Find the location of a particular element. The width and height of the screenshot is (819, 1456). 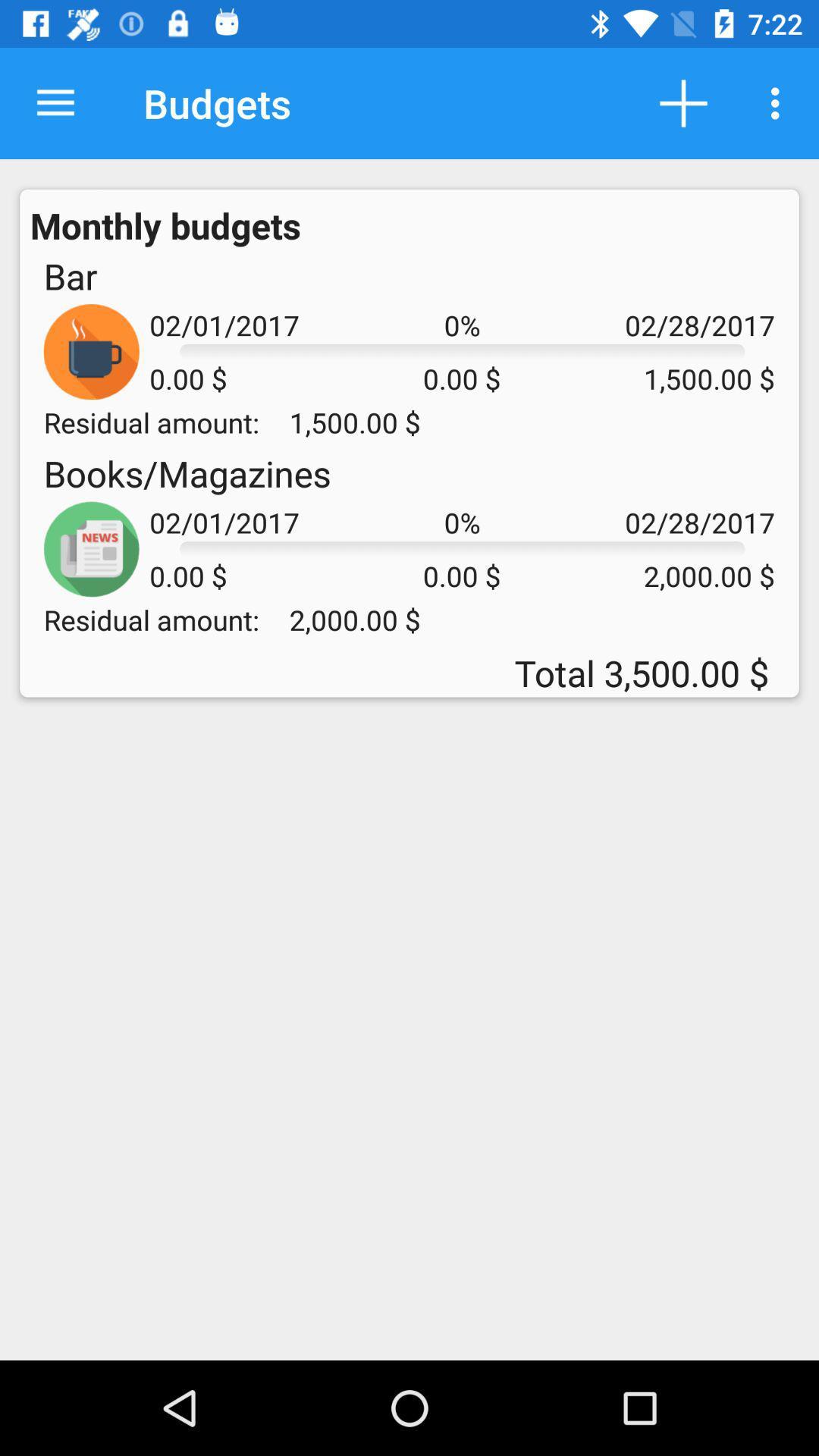

books/magazines icon is located at coordinates (187, 472).